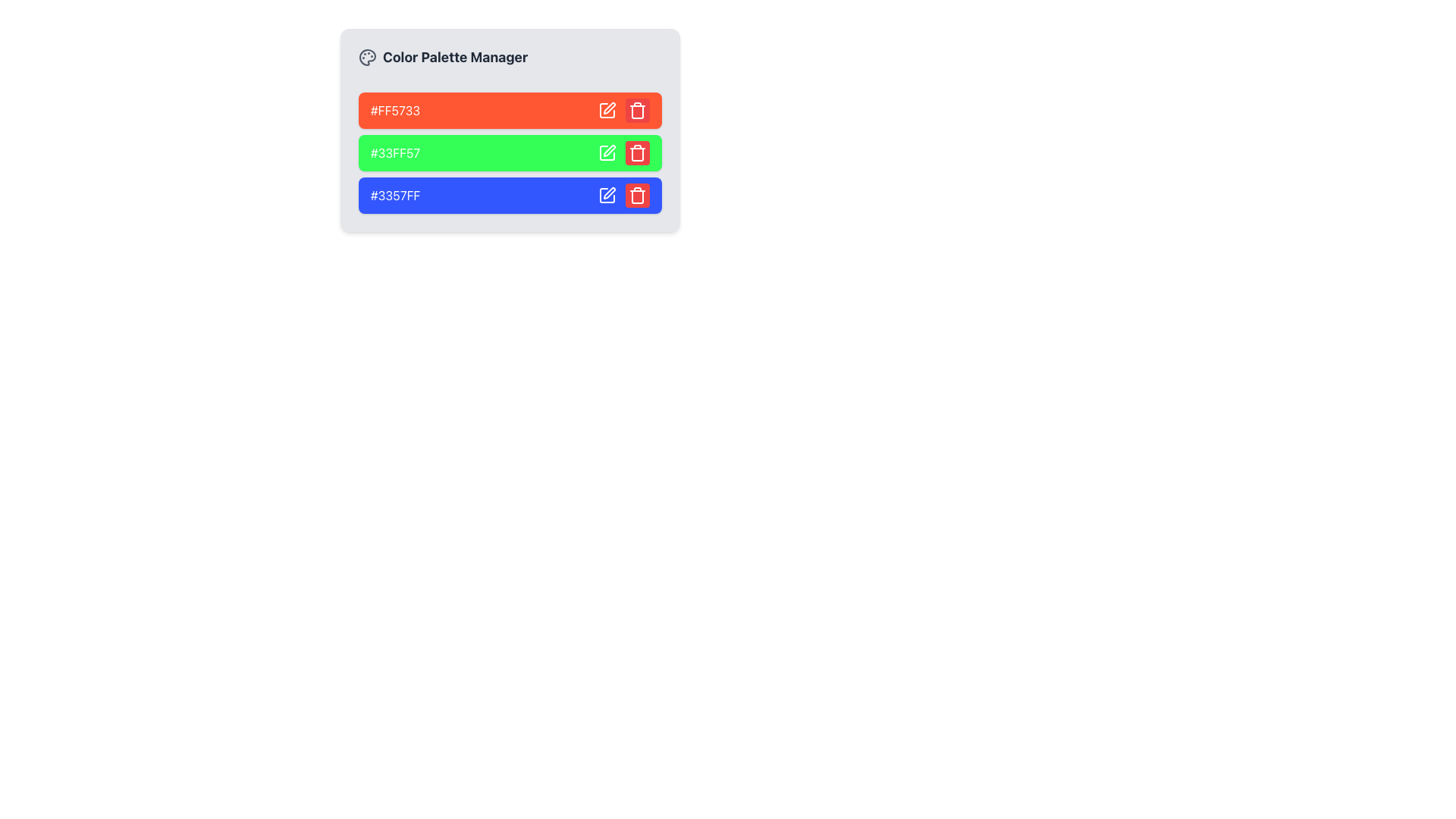 The height and width of the screenshot is (819, 1456). Describe the element at coordinates (367, 57) in the screenshot. I see `the decorative icon representing the 'Color Palette Manager' section, located to the left of the text in the header` at that location.